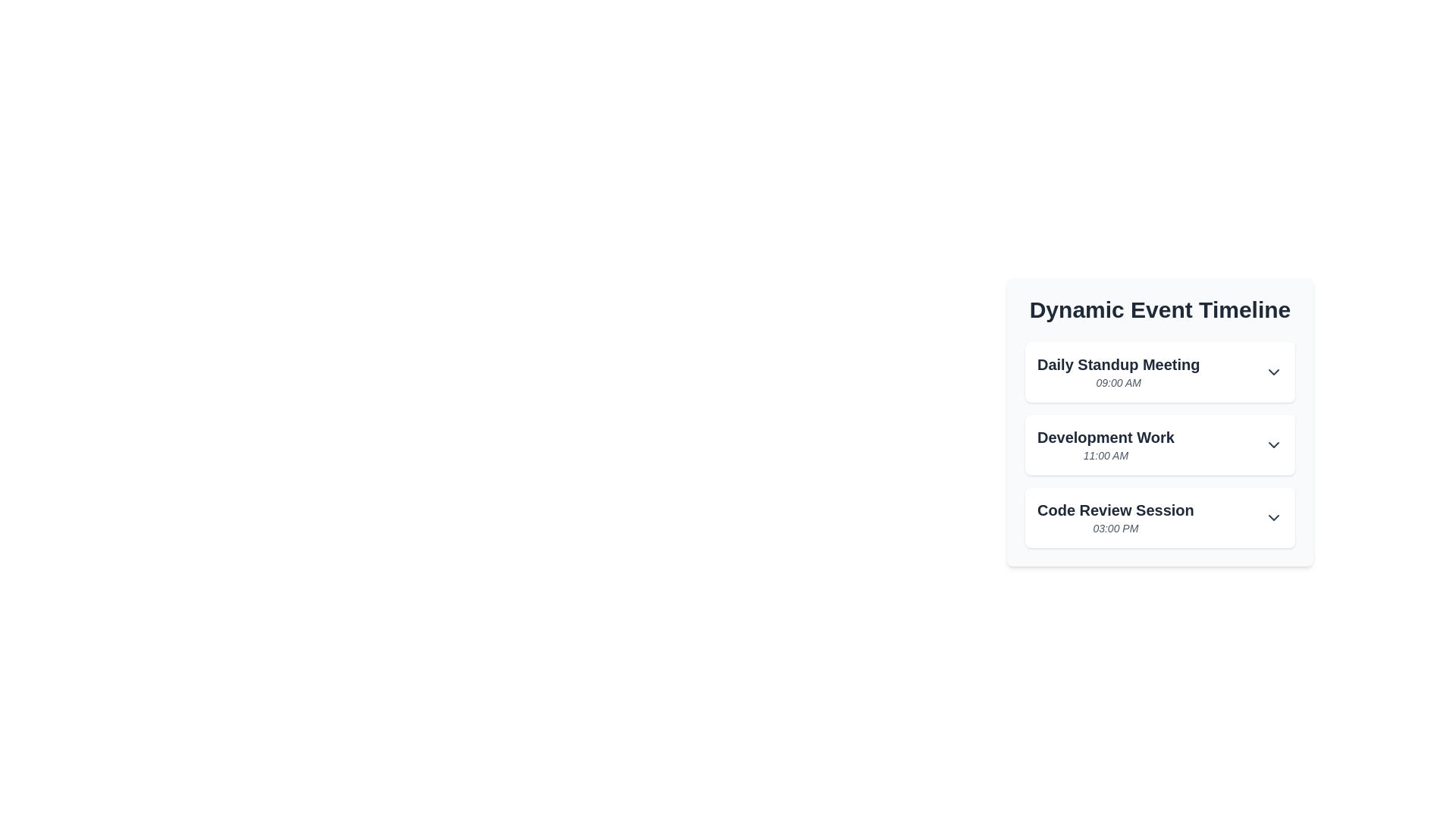 Image resolution: width=1456 pixels, height=819 pixels. Describe the element at coordinates (1159, 444) in the screenshot. I see `displayed event name and time from the second item in the vertical list of the event timeline, which is located between 'Daily Standup Meeting' and 'Code Review Session'` at that location.